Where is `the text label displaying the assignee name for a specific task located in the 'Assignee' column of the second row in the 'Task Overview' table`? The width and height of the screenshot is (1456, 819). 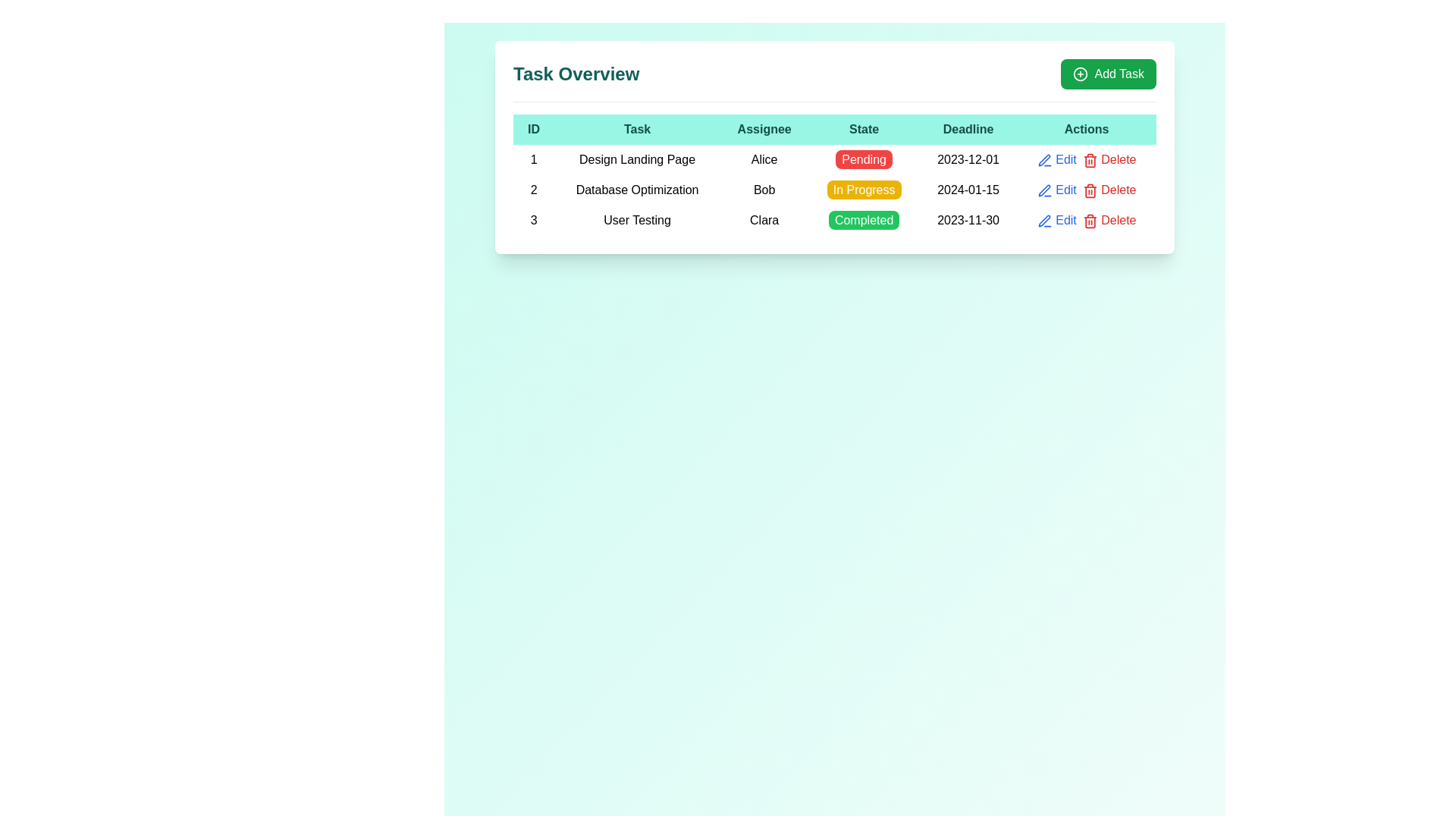 the text label displaying the assignee name for a specific task located in the 'Assignee' column of the second row in the 'Task Overview' table is located at coordinates (764, 189).